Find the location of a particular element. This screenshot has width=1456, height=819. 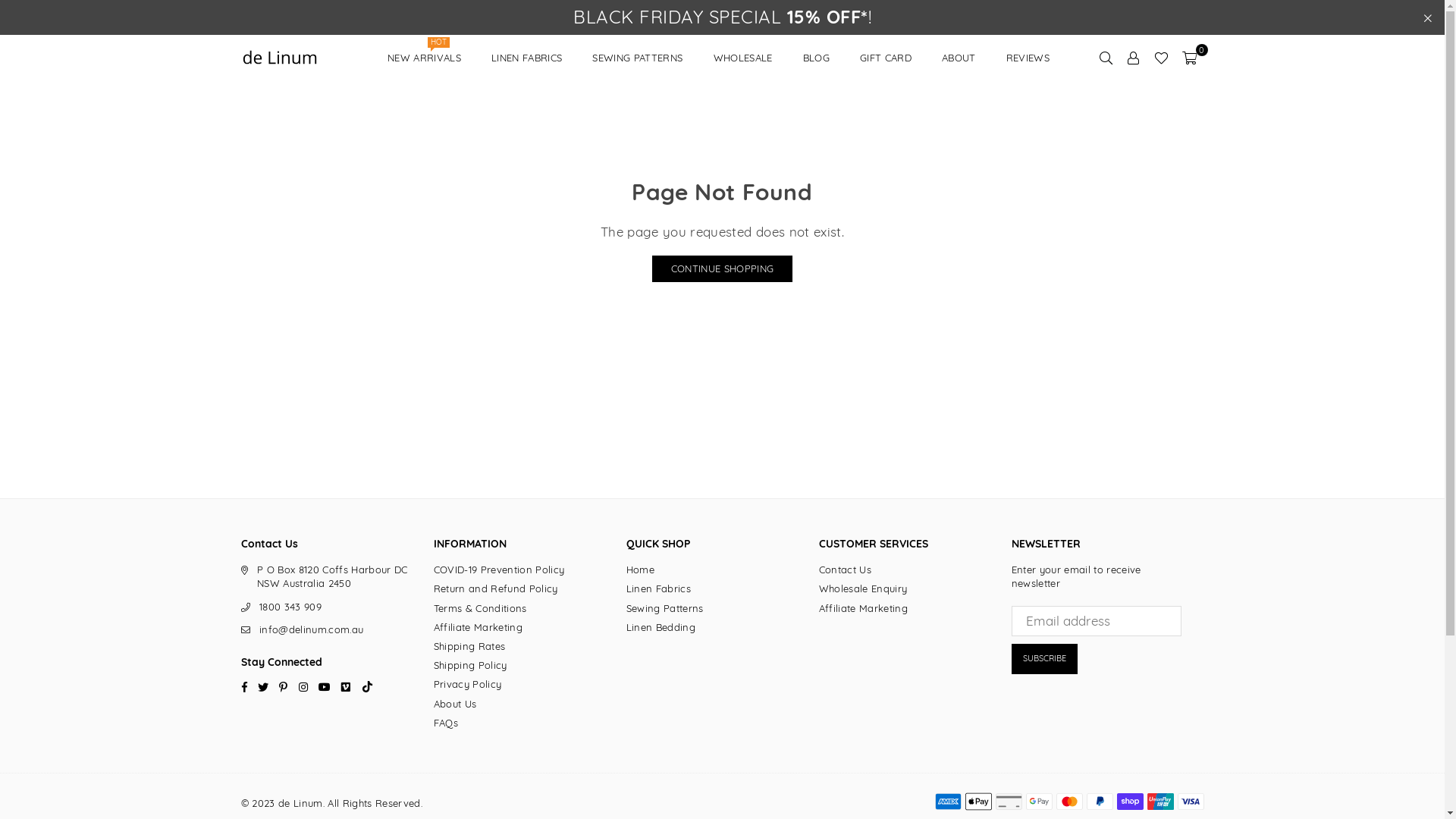

'Privacy Policy' is located at coordinates (467, 684).